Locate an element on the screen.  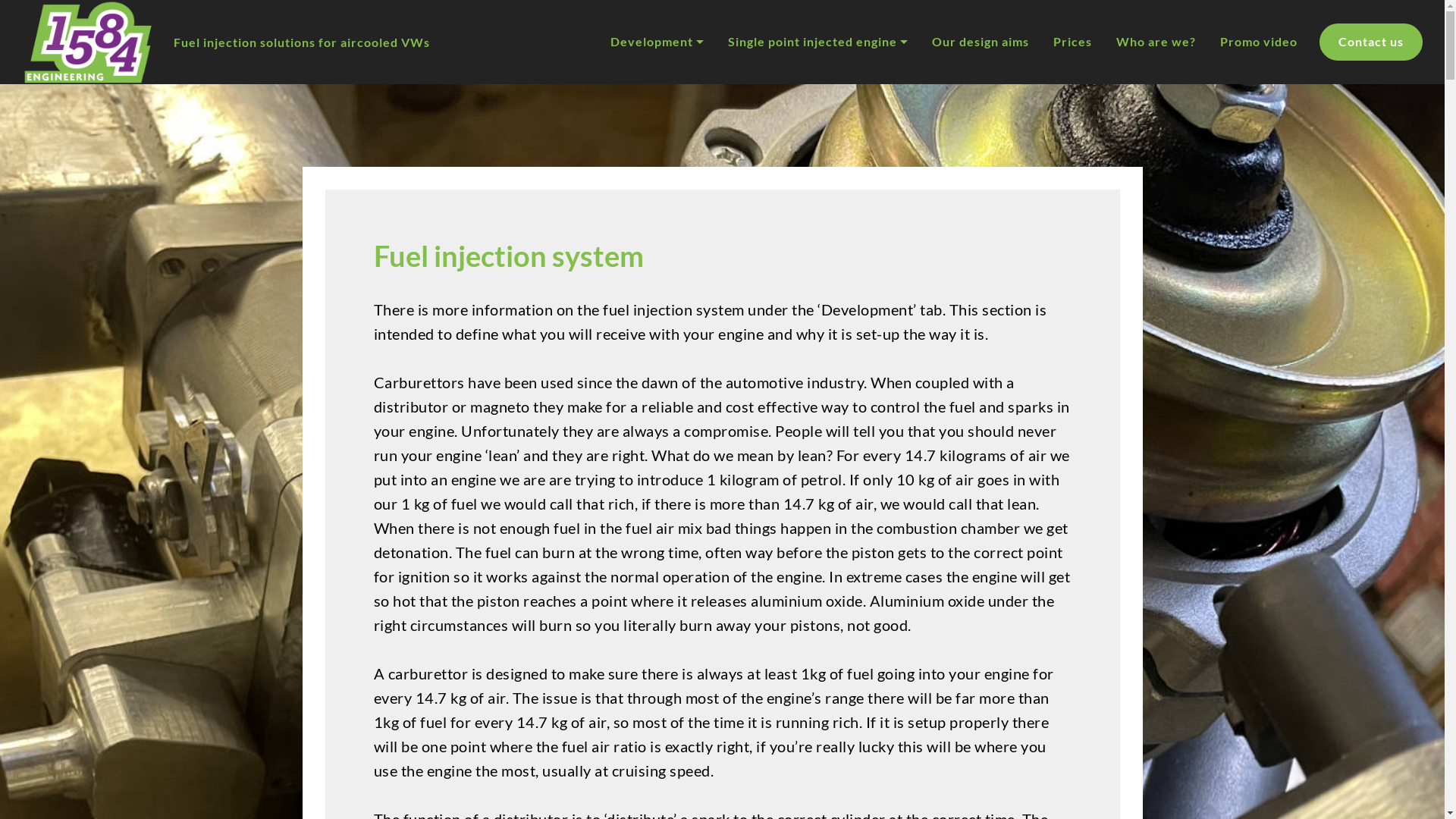
'Fuel injection solutions for aircooled VWs' is located at coordinates (302, 42).